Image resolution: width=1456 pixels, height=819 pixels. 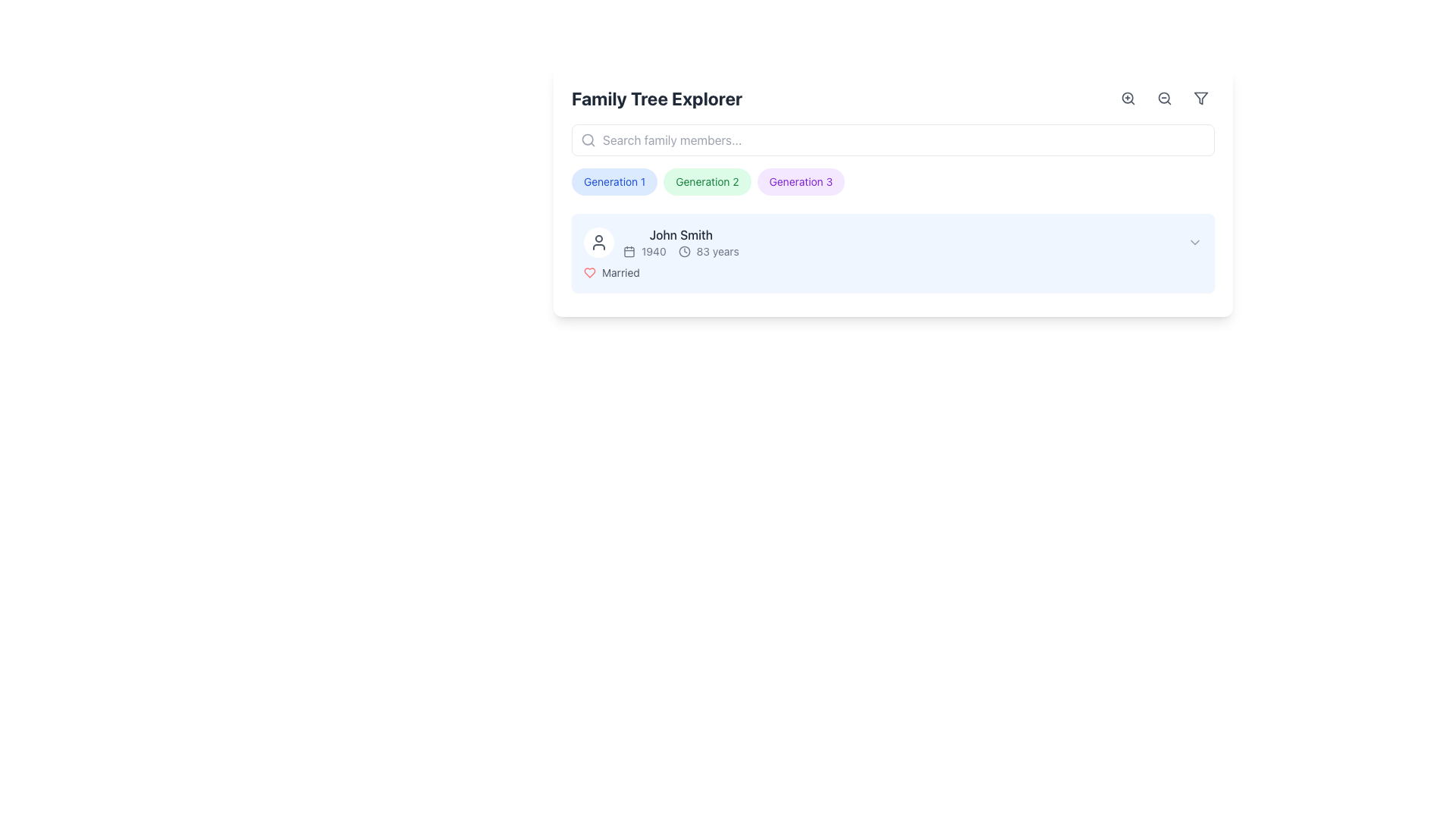 What do you see at coordinates (588, 271) in the screenshot?
I see `the heart icon located near the lower-left corner of the 'Married' label` at bounding box center [588, 271].